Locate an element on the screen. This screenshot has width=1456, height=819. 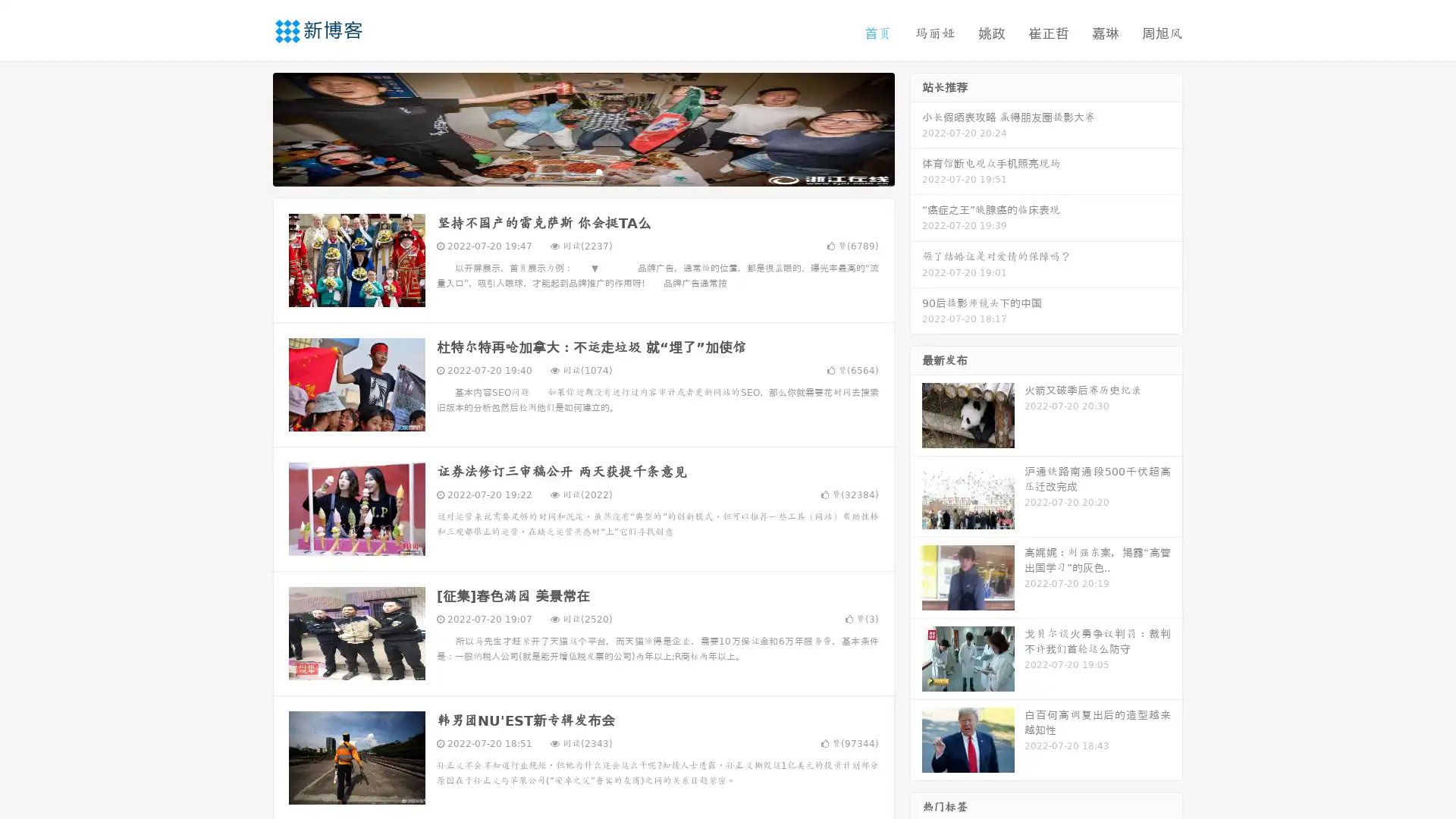
Next slide is located at coordinates (916, 127).